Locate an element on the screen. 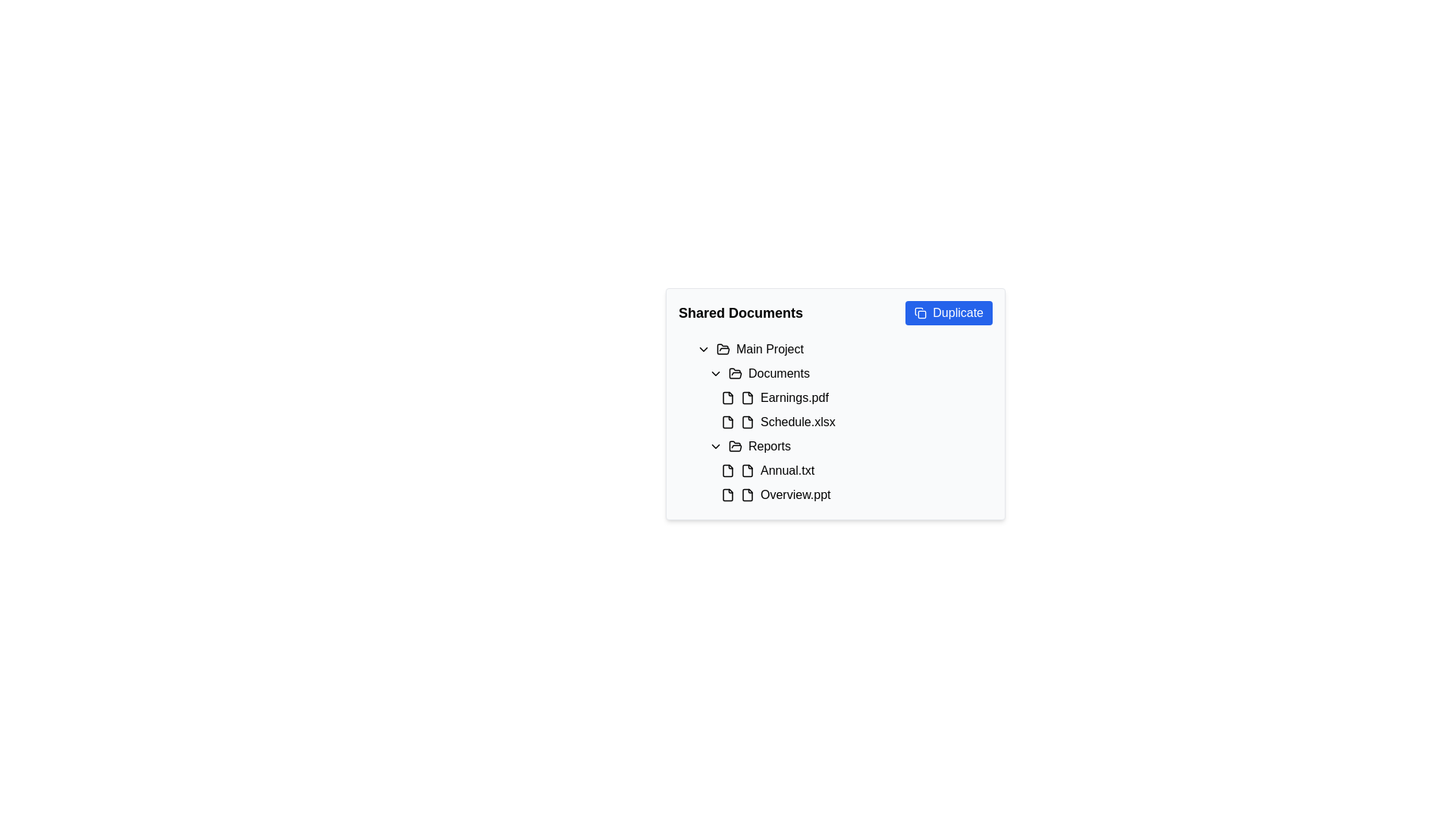 This screenshot has width=1456, height=819. the text label representing the file 'Annual.txt' located in the 'Reports' folder section is located at coordinates (787, 470).